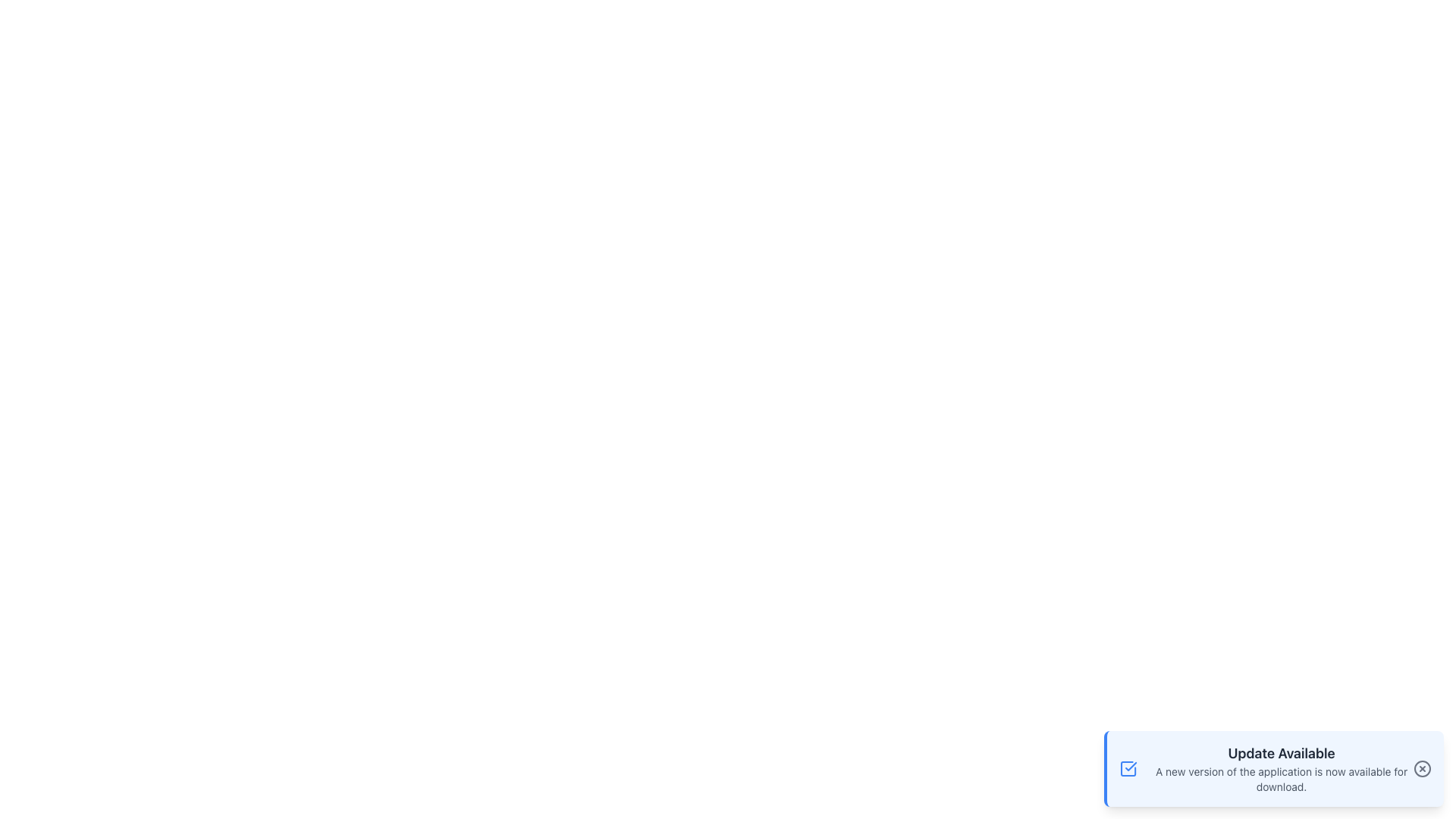 The width and height of the screenshot is (1456, 819). What do you see at coordinates (1422, 769) in the screenshot?
I see `the 'x' icon in the bottom-right corner of the notification modal` at bounding box center [1422, 769].